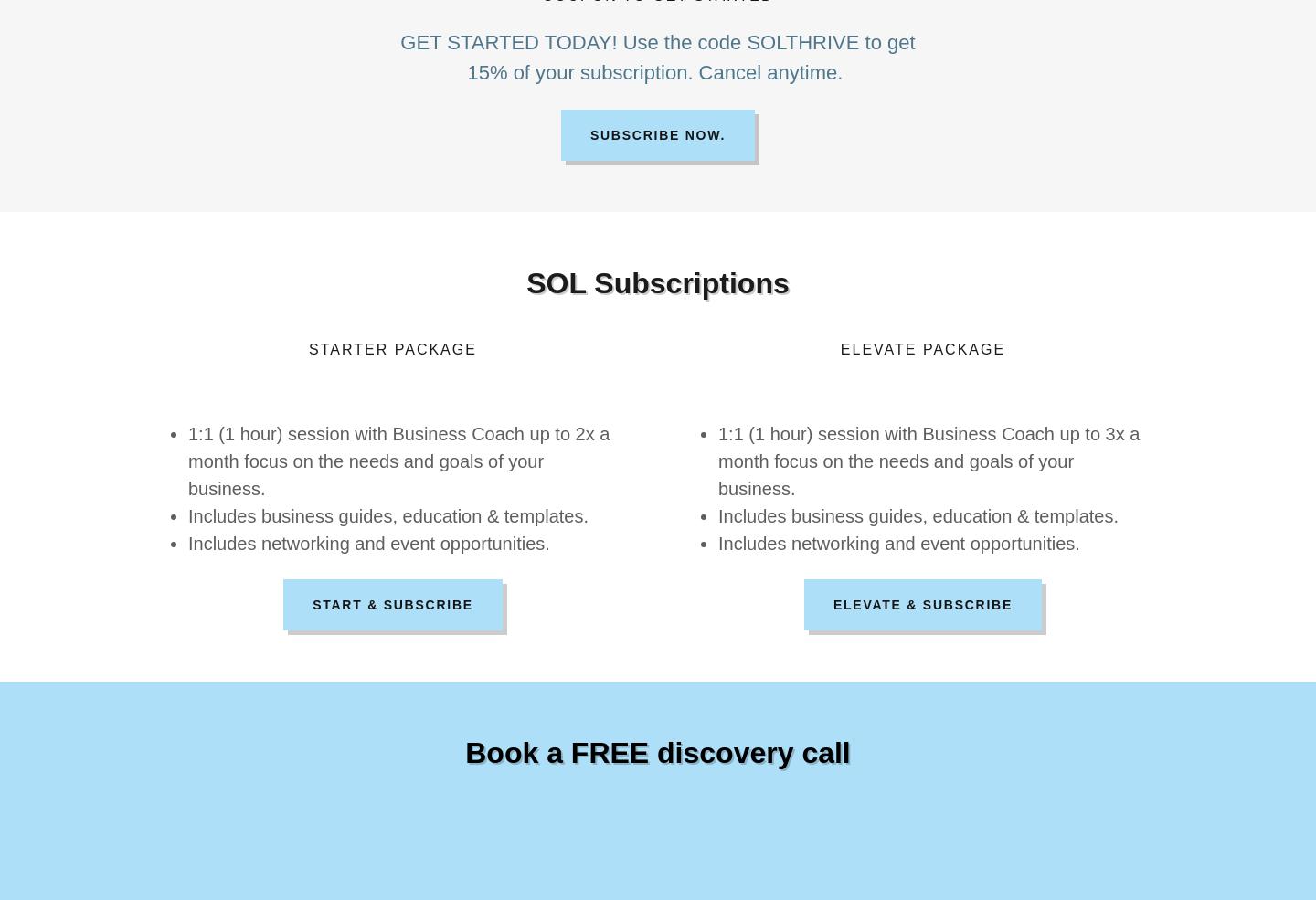 The height and width of the screenshot is (900, 1316). What do you see at coordinates (921, 603) in the screenshot?
I see `'Elevate & Subscribe'` at bounding box center [921, 603].